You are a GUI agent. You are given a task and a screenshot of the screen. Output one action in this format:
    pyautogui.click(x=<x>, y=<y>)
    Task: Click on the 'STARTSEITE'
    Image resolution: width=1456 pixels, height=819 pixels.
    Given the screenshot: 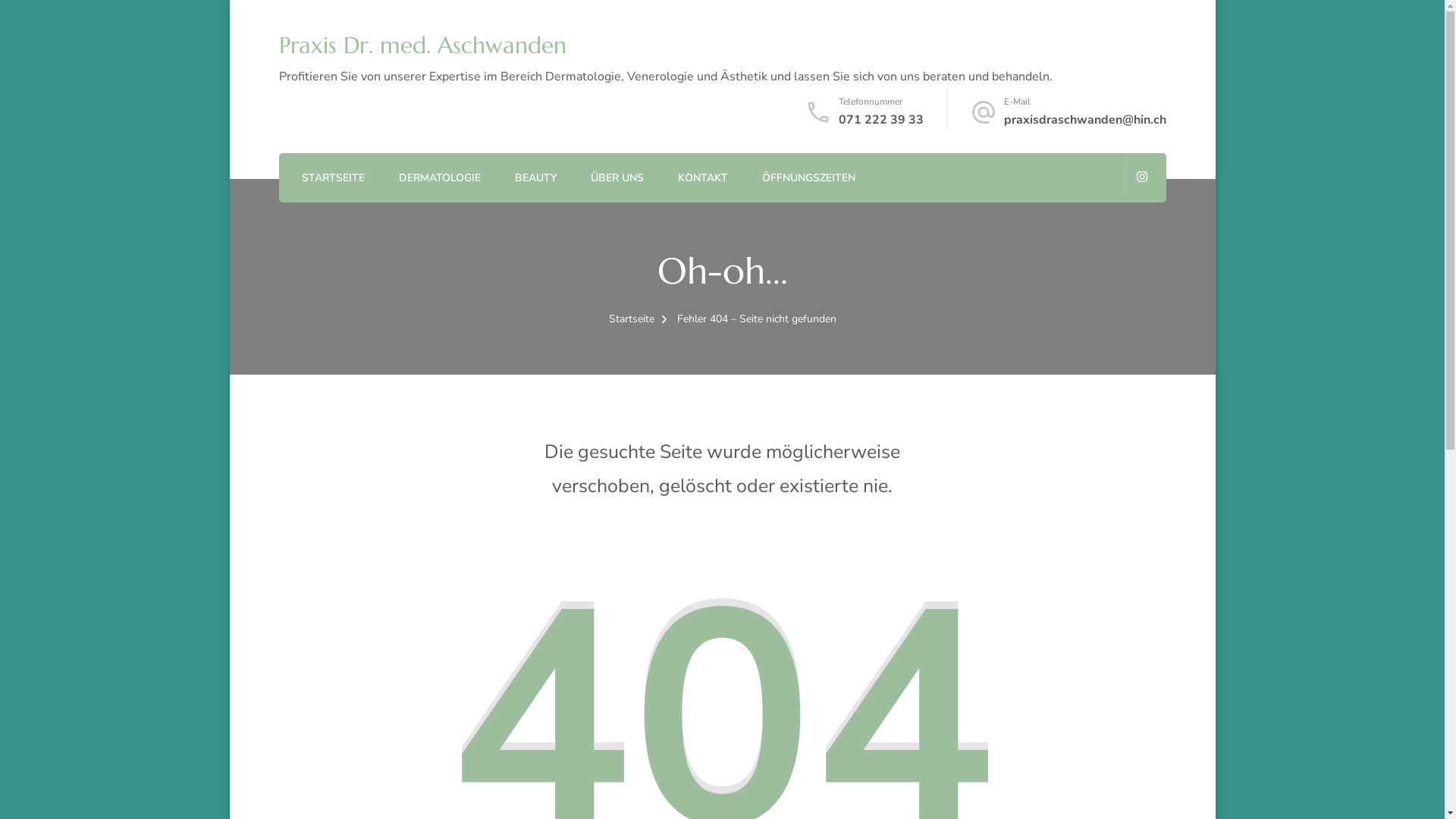 What is the action you would take?
    pyautogui.click(x=332, y=177)
    